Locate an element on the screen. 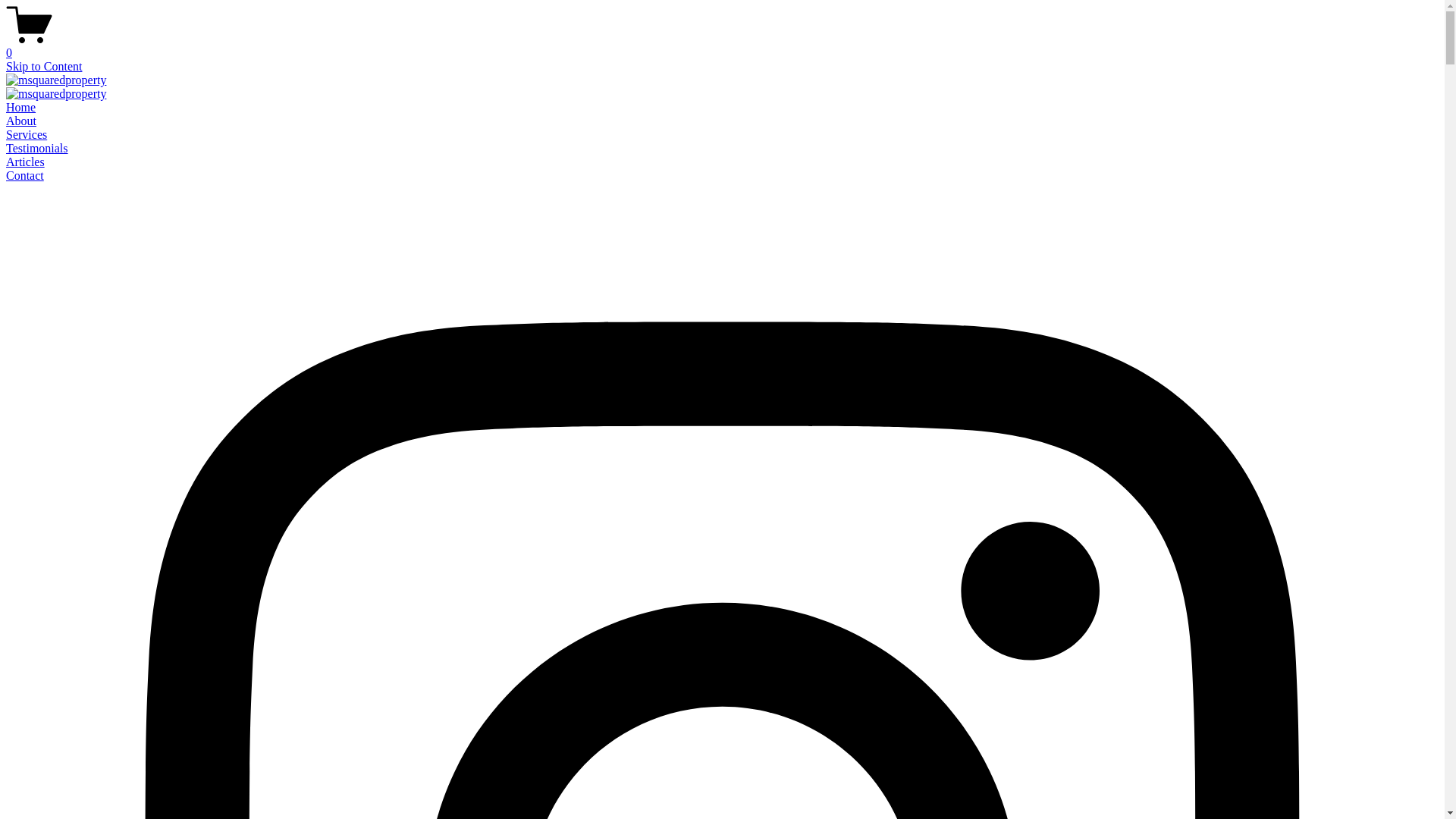  'Contact' is located at coordinates (25, 174).